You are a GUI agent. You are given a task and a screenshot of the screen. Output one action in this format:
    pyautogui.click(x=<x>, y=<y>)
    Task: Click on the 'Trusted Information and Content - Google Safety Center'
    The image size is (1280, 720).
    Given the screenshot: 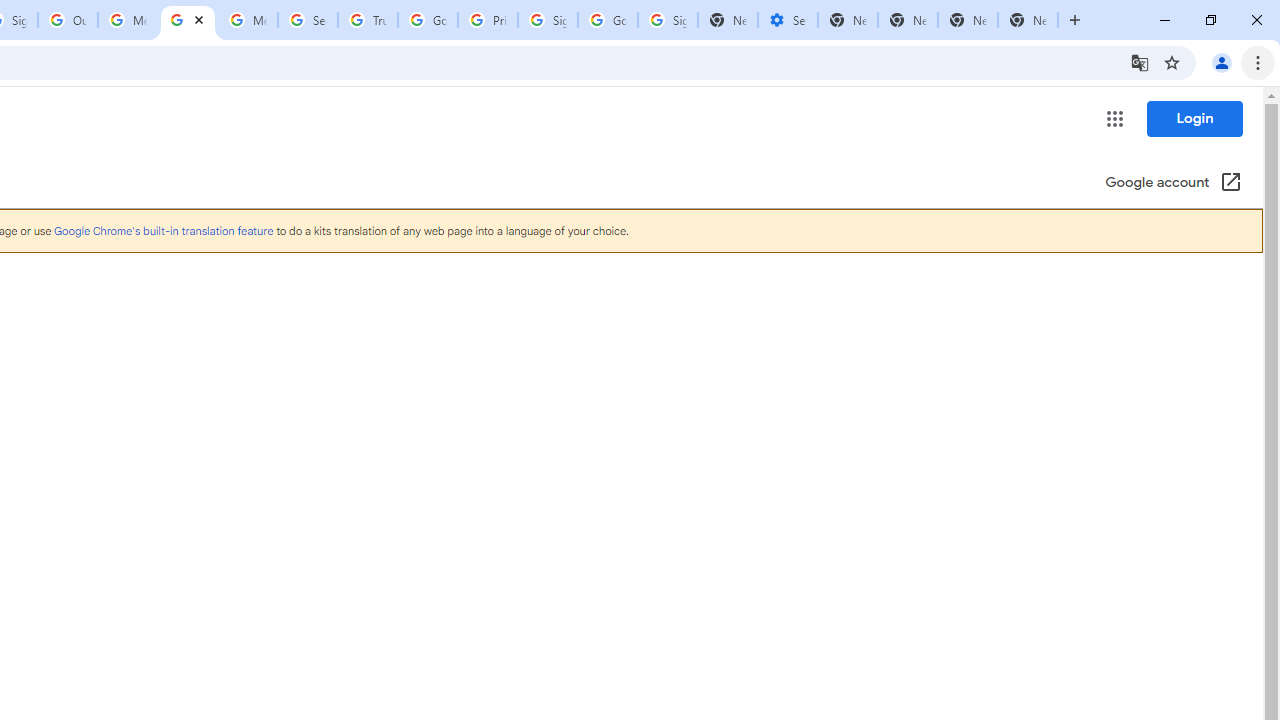 What is the action you would take?
    pyautogui.click(x=368, y=20)
    